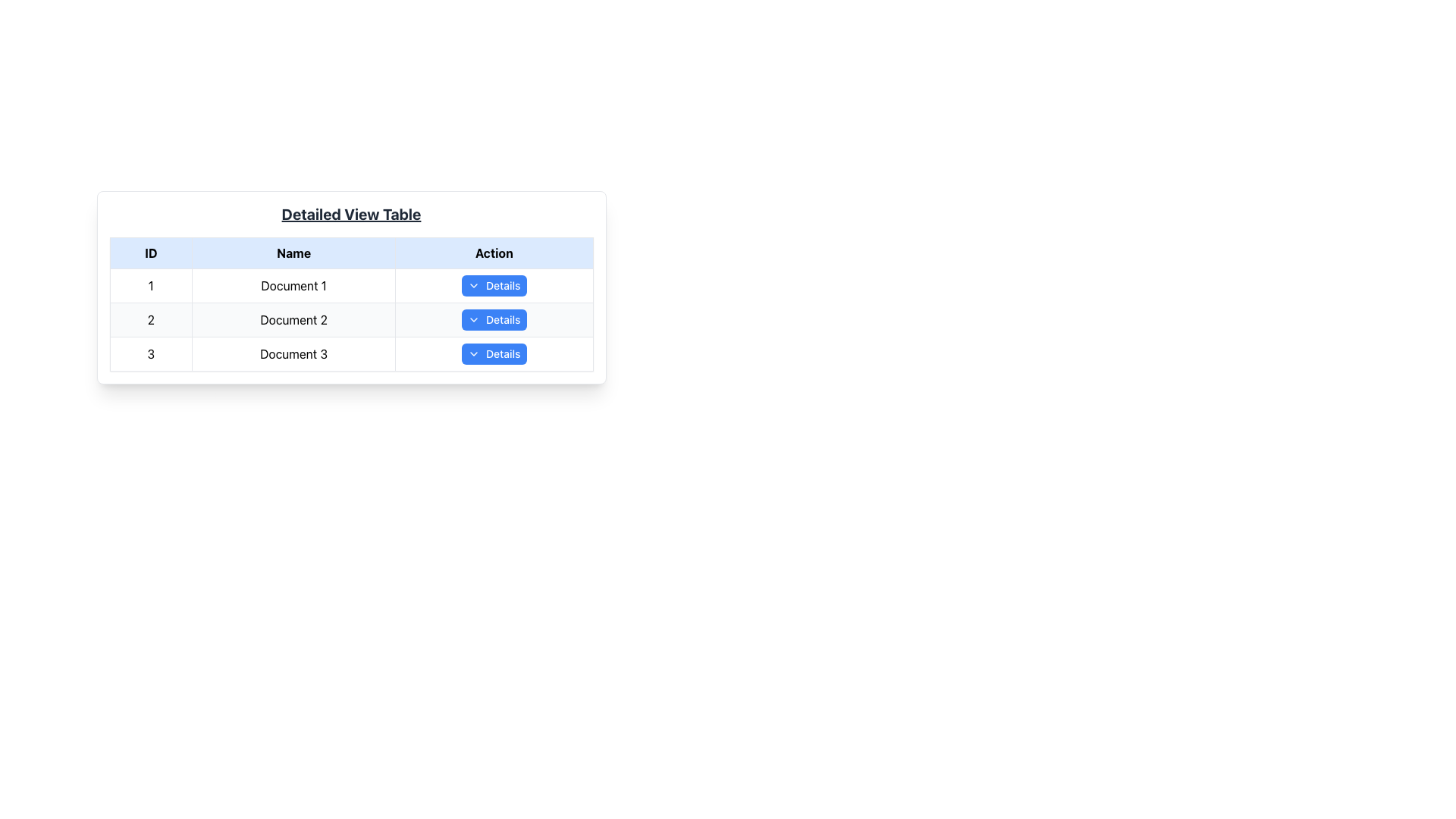  What do you see at coordinates (350, 318) in the screenshot?
I see `the second row of the document table that contains ID '2', Name 'Document 2', and an Action 'Details' button` at bounding box center [350, 318].